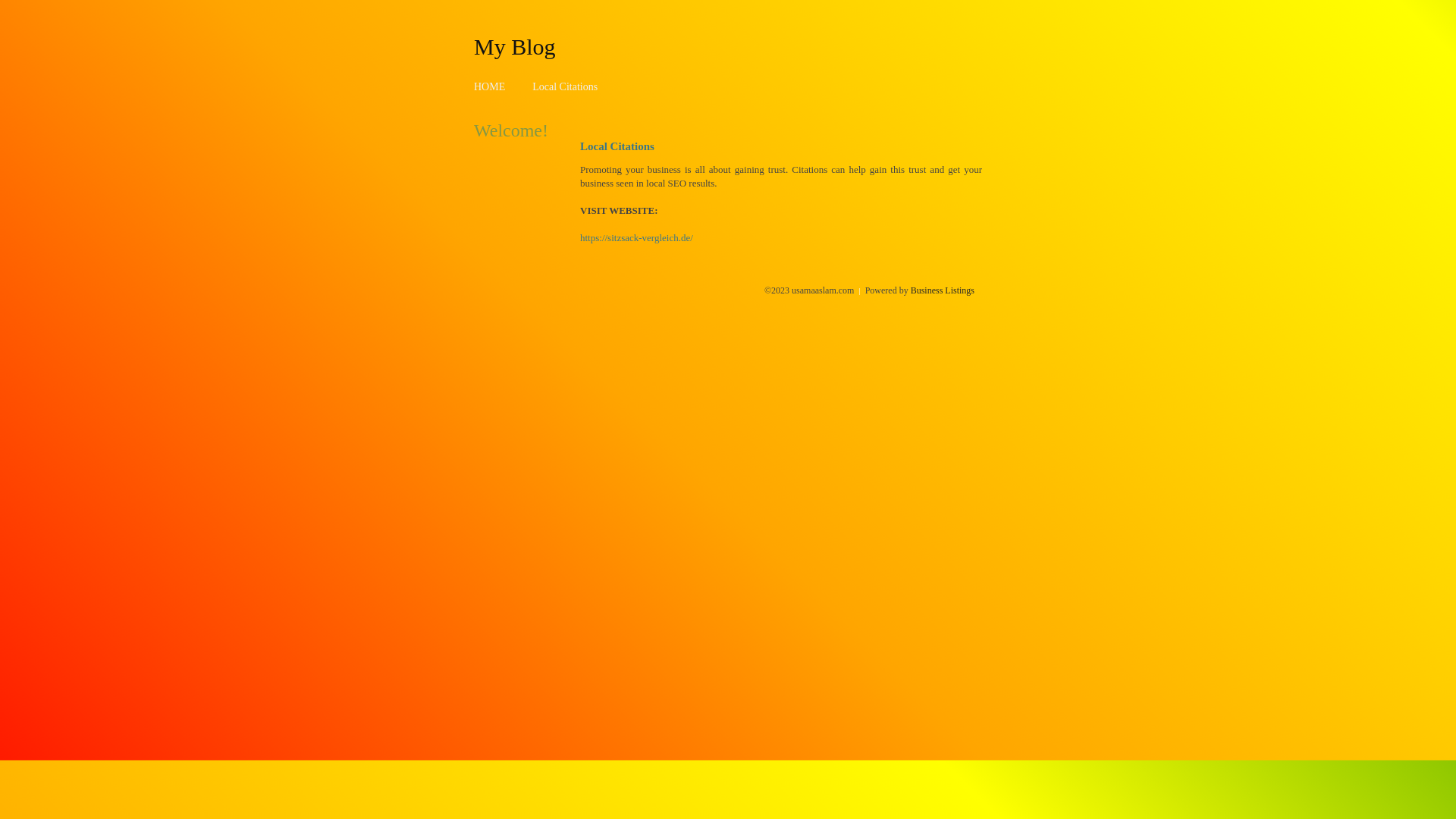 The image size is (1456, 819). Describe the element at coordinates (942, 290) in the screenshot. I see `'Business Listings'` at that location.